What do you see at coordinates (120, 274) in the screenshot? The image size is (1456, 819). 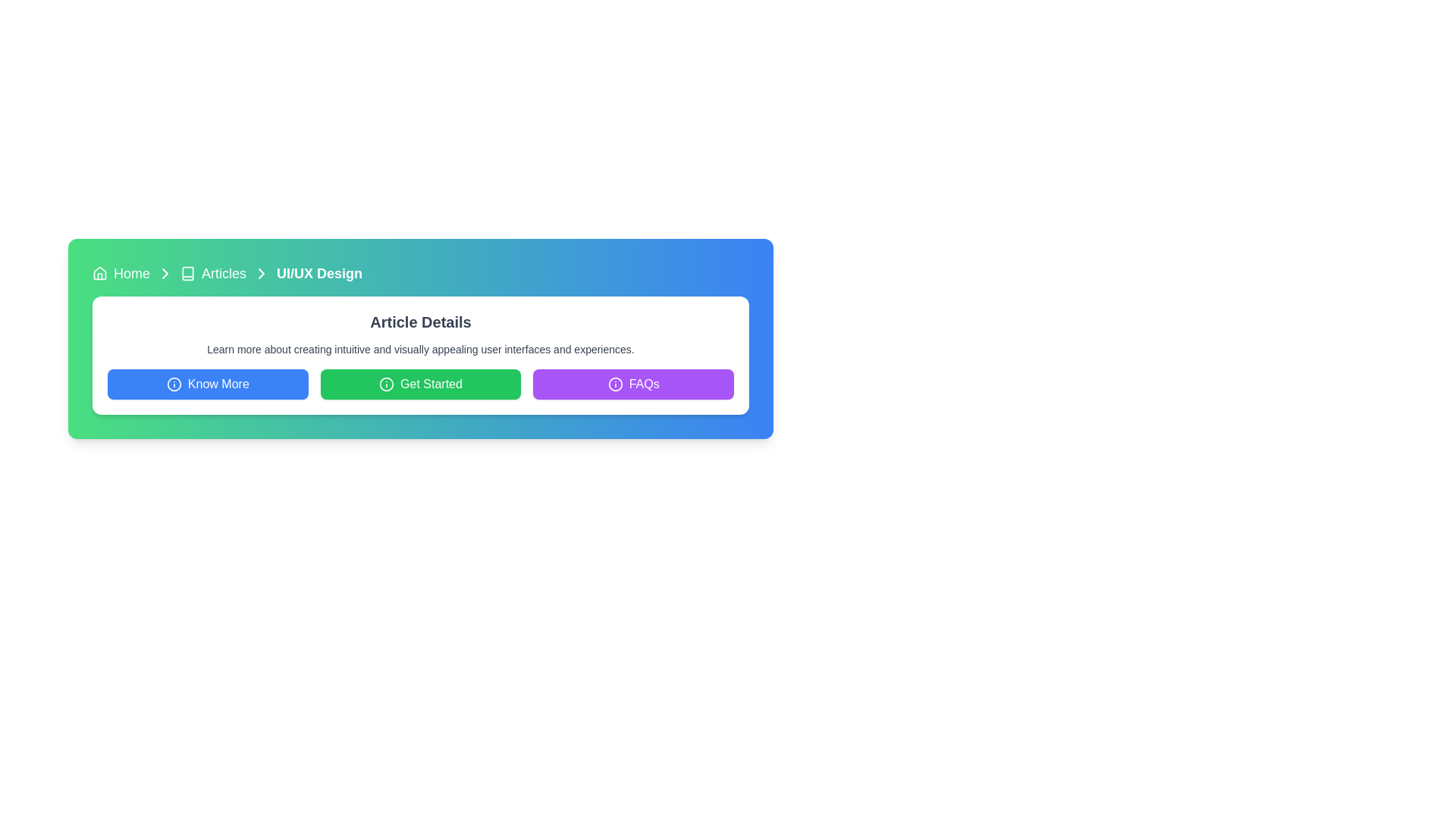 I see `the 'Home' breadcrumb navigation step to underline the text, which is the first item in the breadcrumb navigation bar located at the leftmost side` at bounding box center [120, 274].